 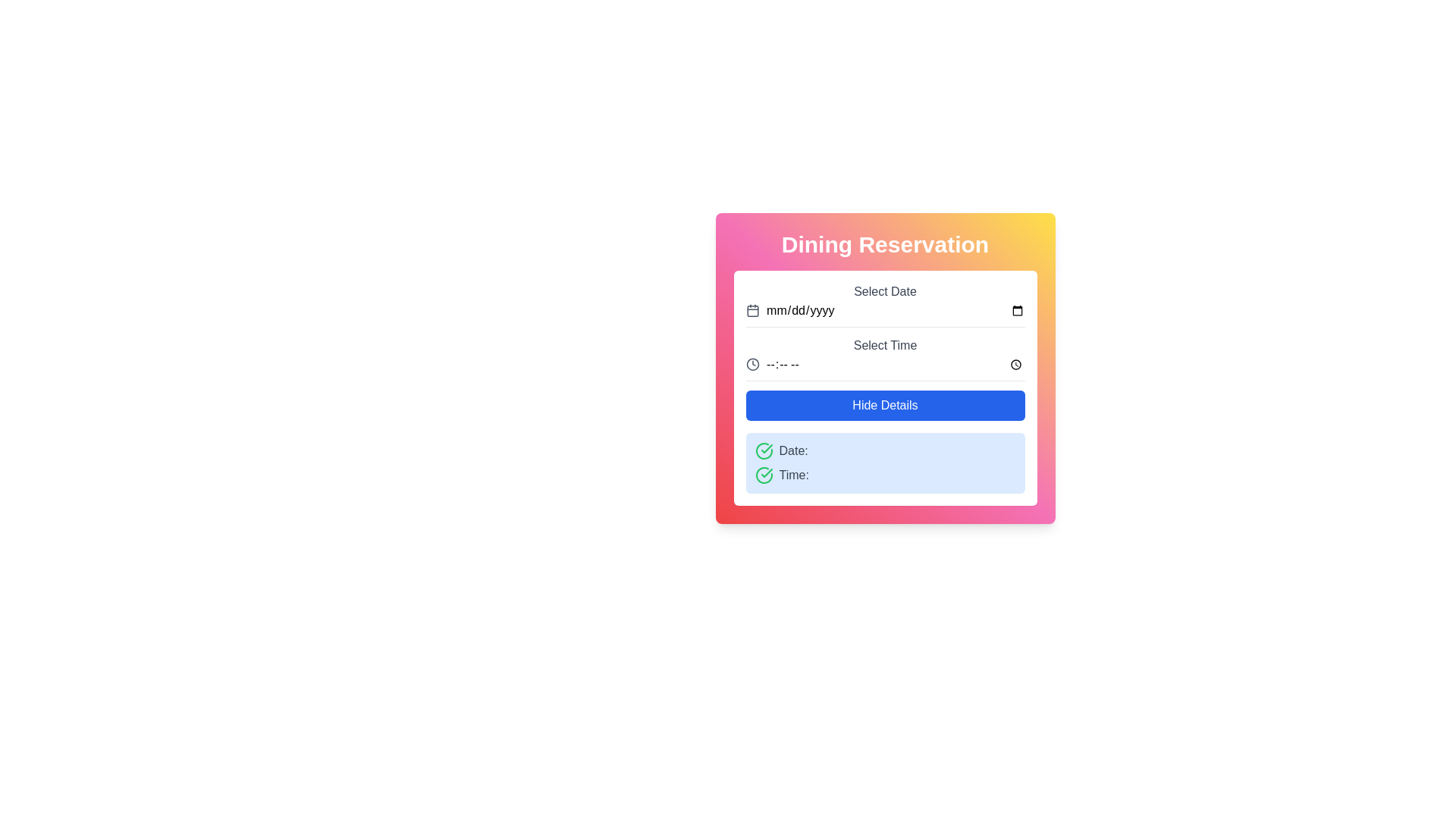 What do you see at coordinates (885, 475) in the screenshot?
I see `the text label 'Time:' in the second row of the light blue rounded card that contains a green checkmark icon` at bounding box center [885, 475].